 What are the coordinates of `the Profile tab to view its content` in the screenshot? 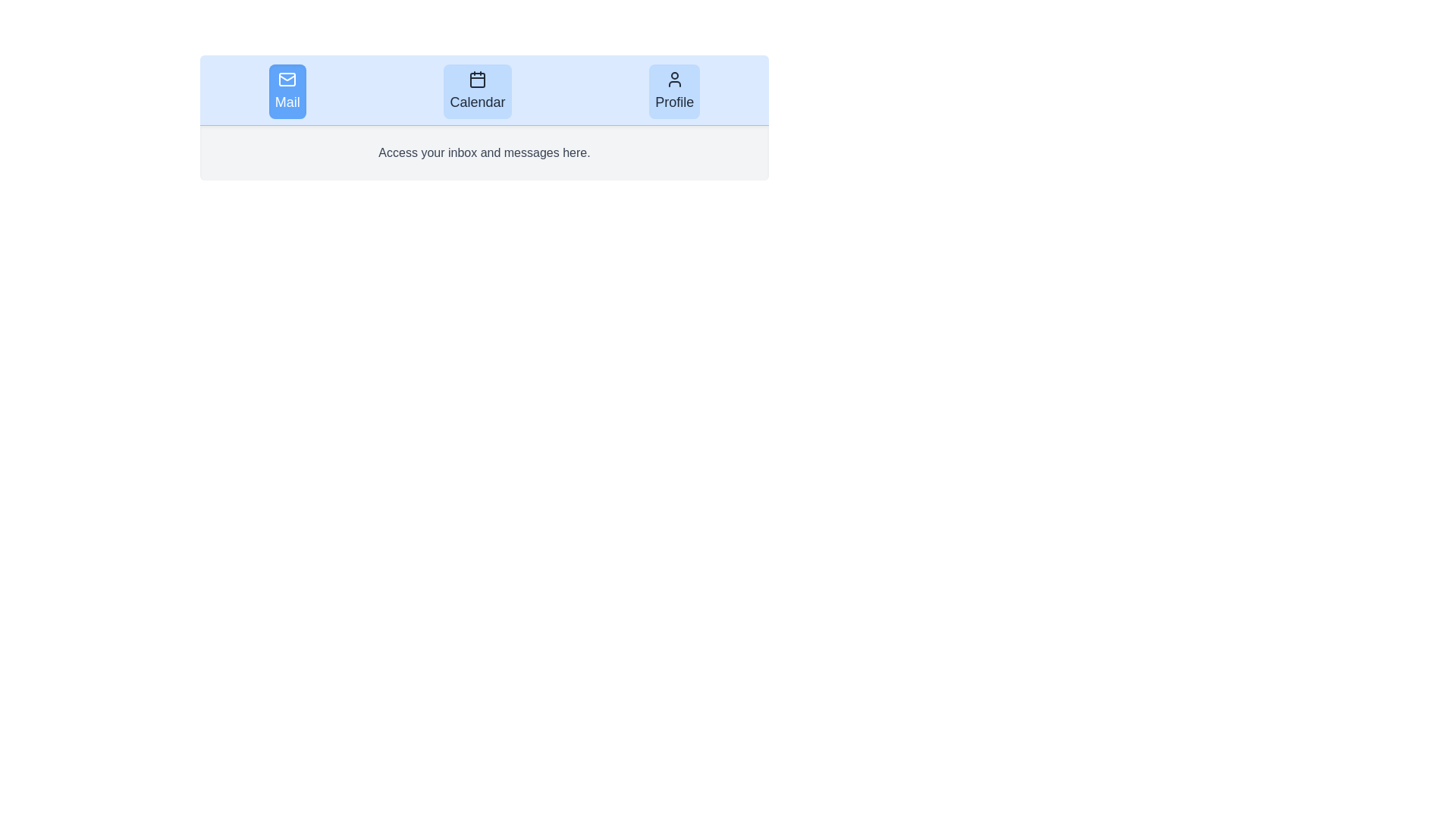 It's located at (673, 91).